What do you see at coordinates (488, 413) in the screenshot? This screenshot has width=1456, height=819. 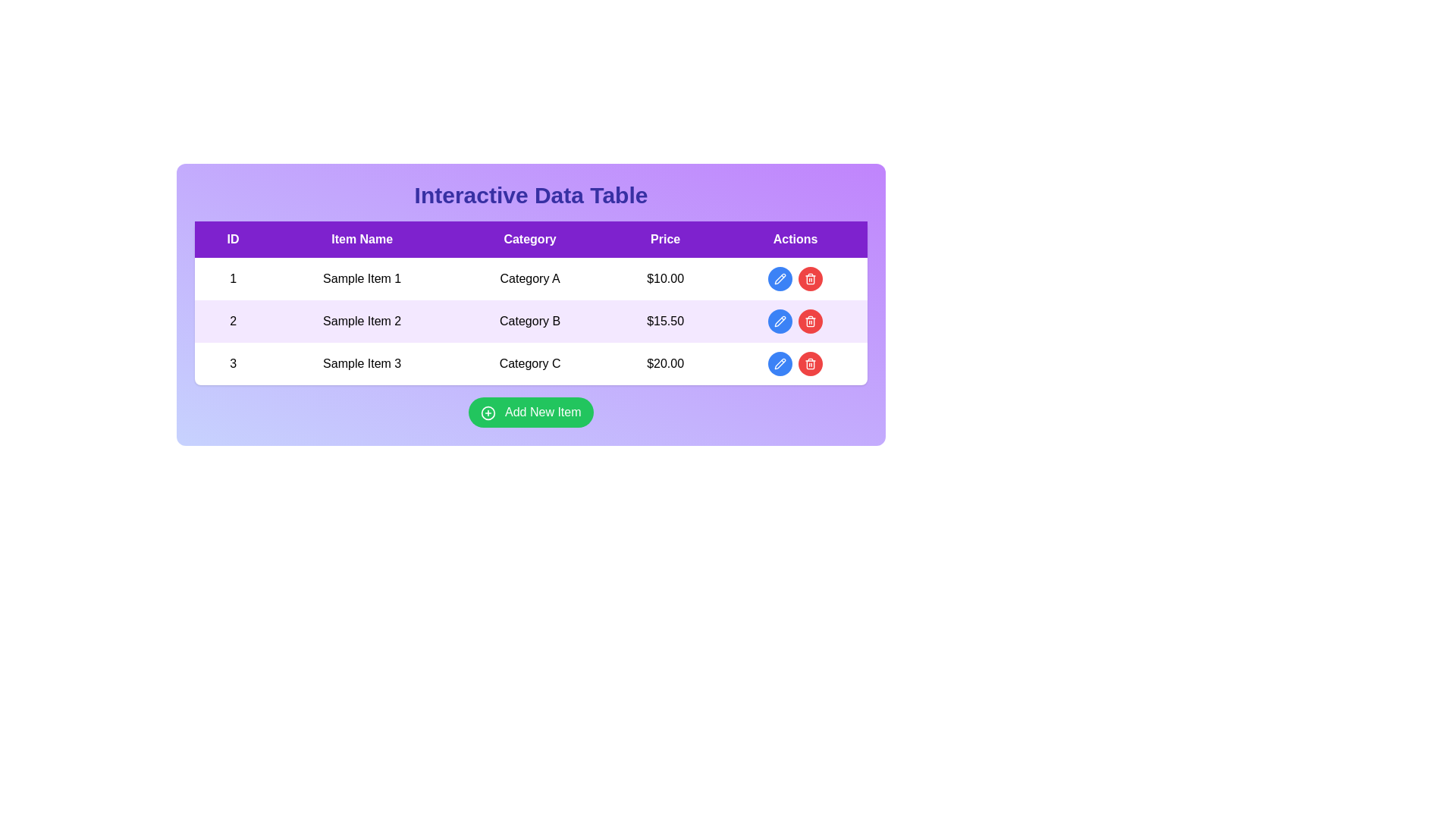 I see `the decorative role of the 'circle plus' icon within the 'Add New Item' button by clicking on it` at bounding box center [488, 413].